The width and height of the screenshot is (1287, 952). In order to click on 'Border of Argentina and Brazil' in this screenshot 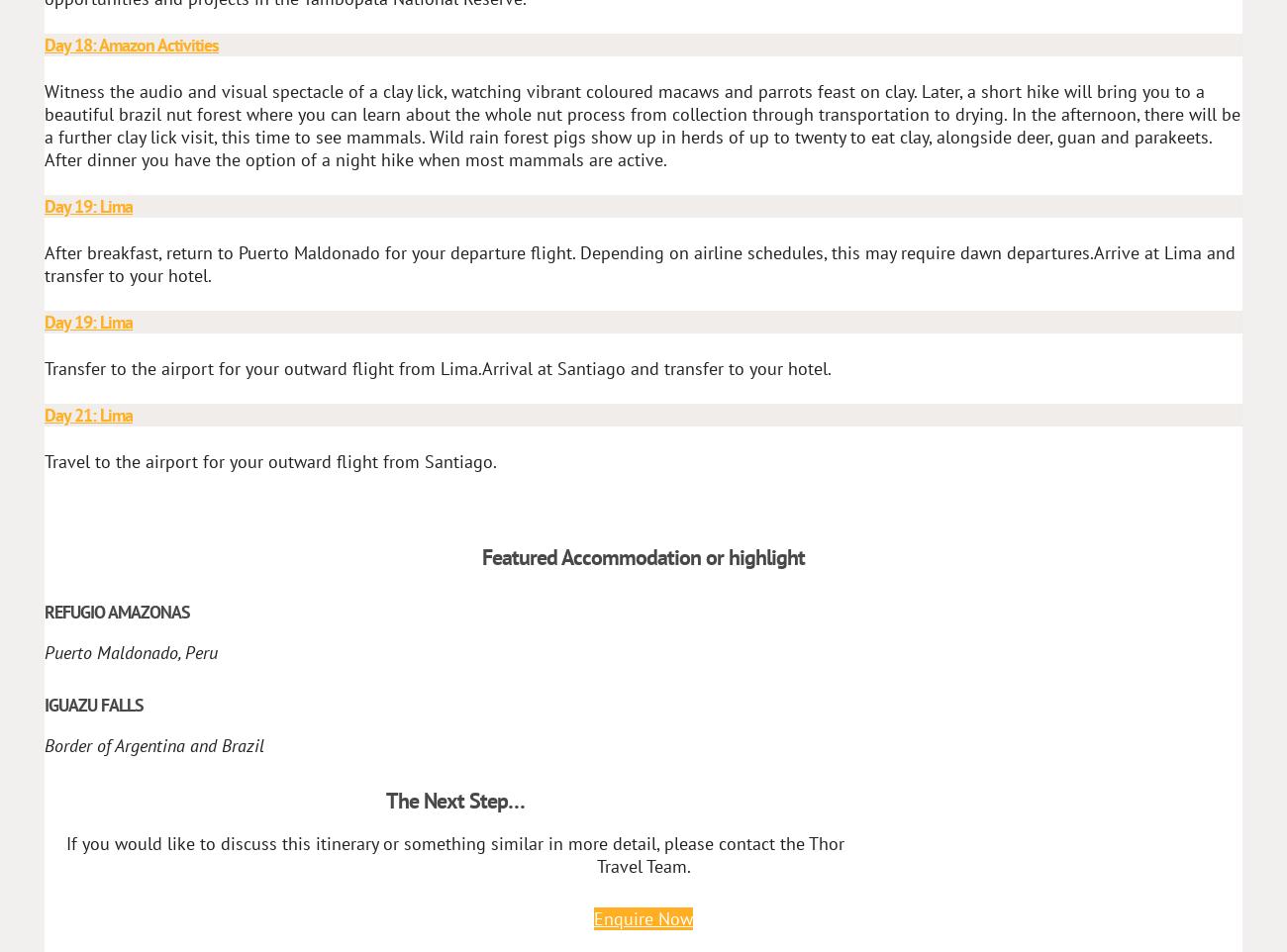, I will do `click(153, 744)`.